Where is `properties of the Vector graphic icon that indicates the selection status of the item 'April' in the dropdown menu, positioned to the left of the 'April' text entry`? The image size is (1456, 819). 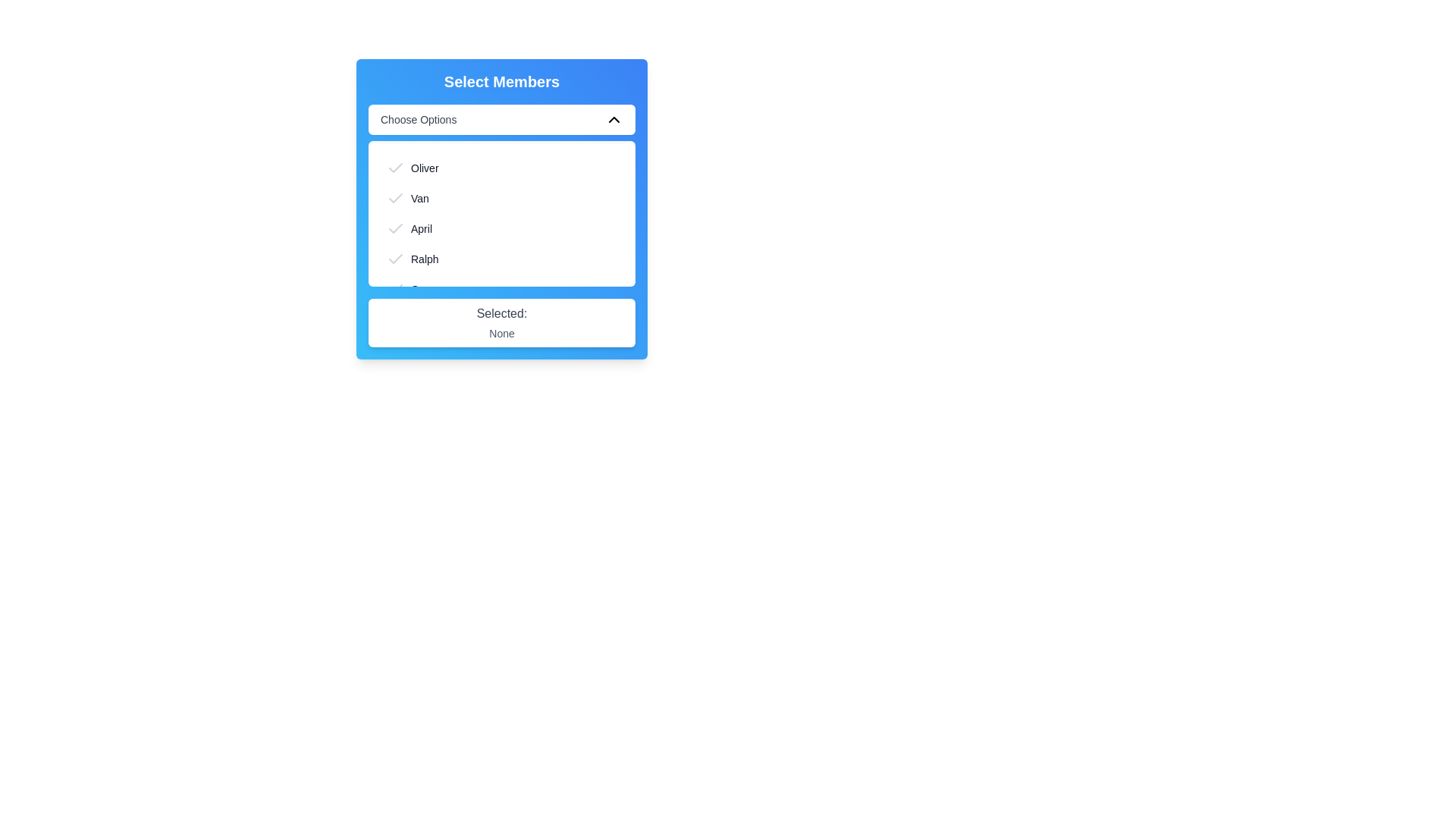 properties of the Vector graphic icon that indicates the selection status of the item 'April' in the dropdown menu, positioned to the left of the 'April' text entry is located at coordinates (396, 228).